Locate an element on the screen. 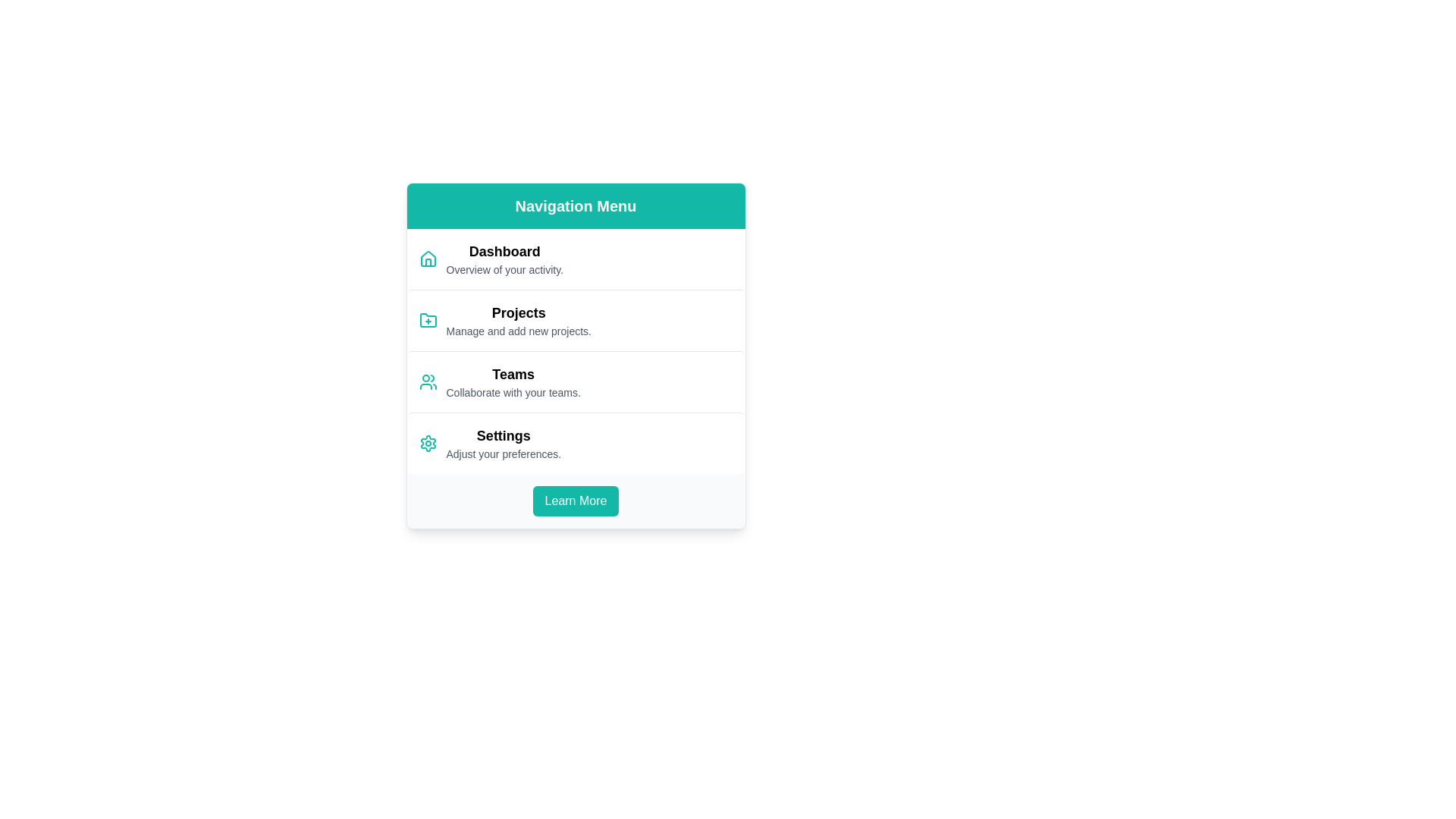 Image resolution: width=1456 pixels, height=819 pixels. the descriptive text label that provides instructions related to the 'Settings' option in the vertical navigation menu is located at coordinates (504, 453).